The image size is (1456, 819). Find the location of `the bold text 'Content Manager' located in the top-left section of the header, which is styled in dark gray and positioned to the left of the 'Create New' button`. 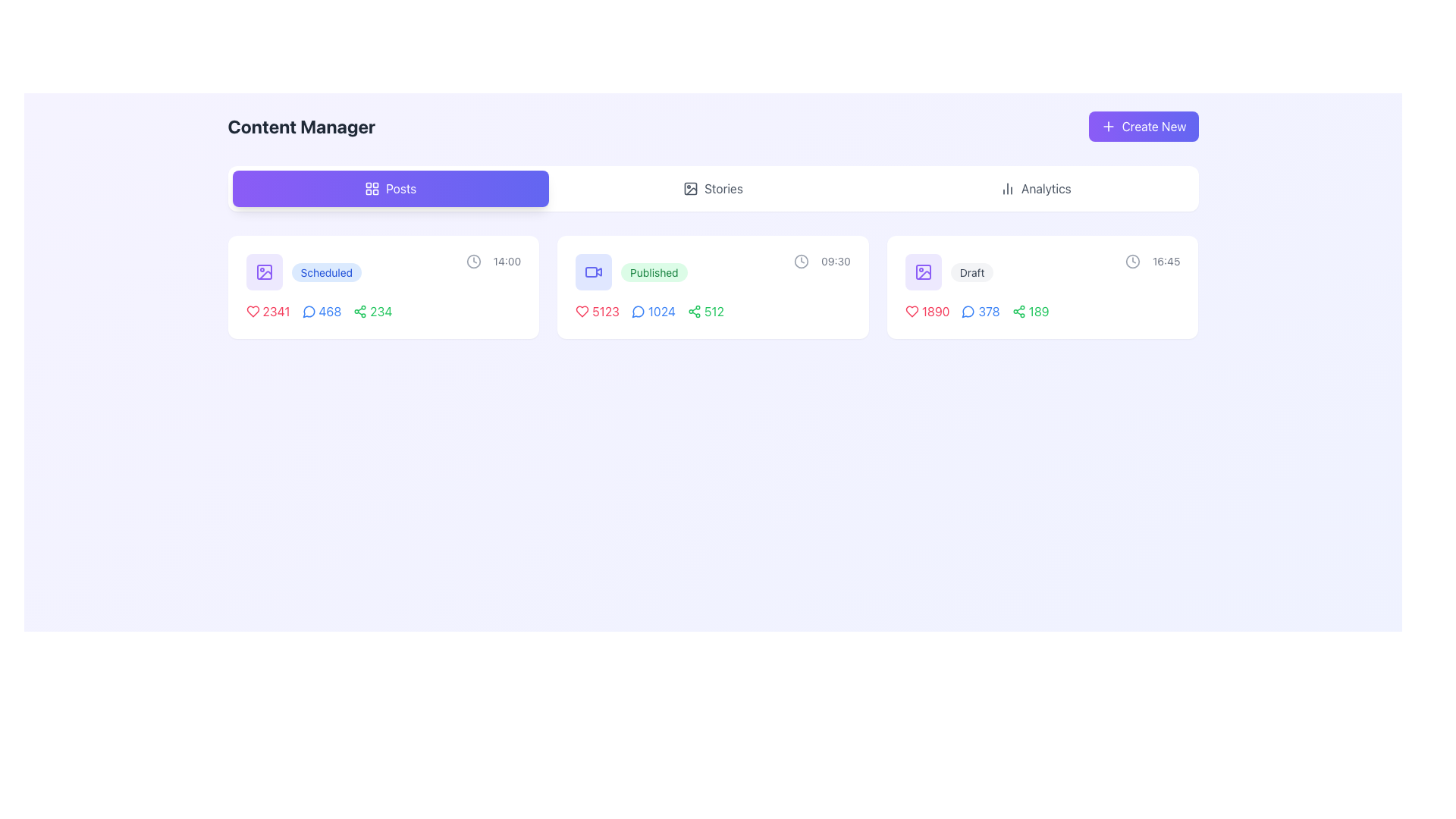

the bold text 'Content Manager' located in the top-left section of the header, which is styled in dark gray and positioned to the left of the 'Create New' button is located at coordinates (301, 125).